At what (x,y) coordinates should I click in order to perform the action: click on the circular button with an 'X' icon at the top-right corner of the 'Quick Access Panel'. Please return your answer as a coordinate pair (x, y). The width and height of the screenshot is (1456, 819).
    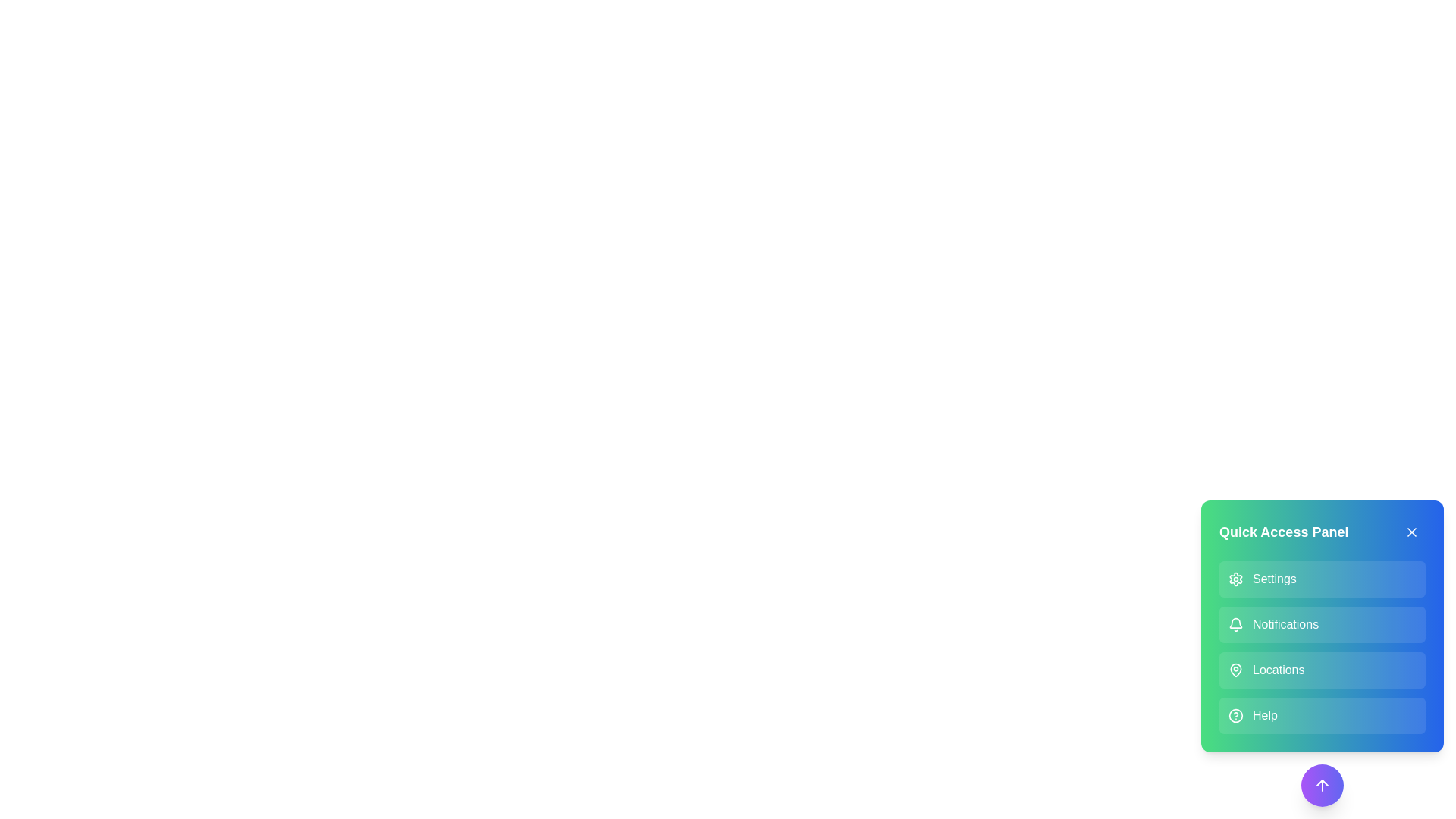
    Looking at the image, I should click on (1411, 532).